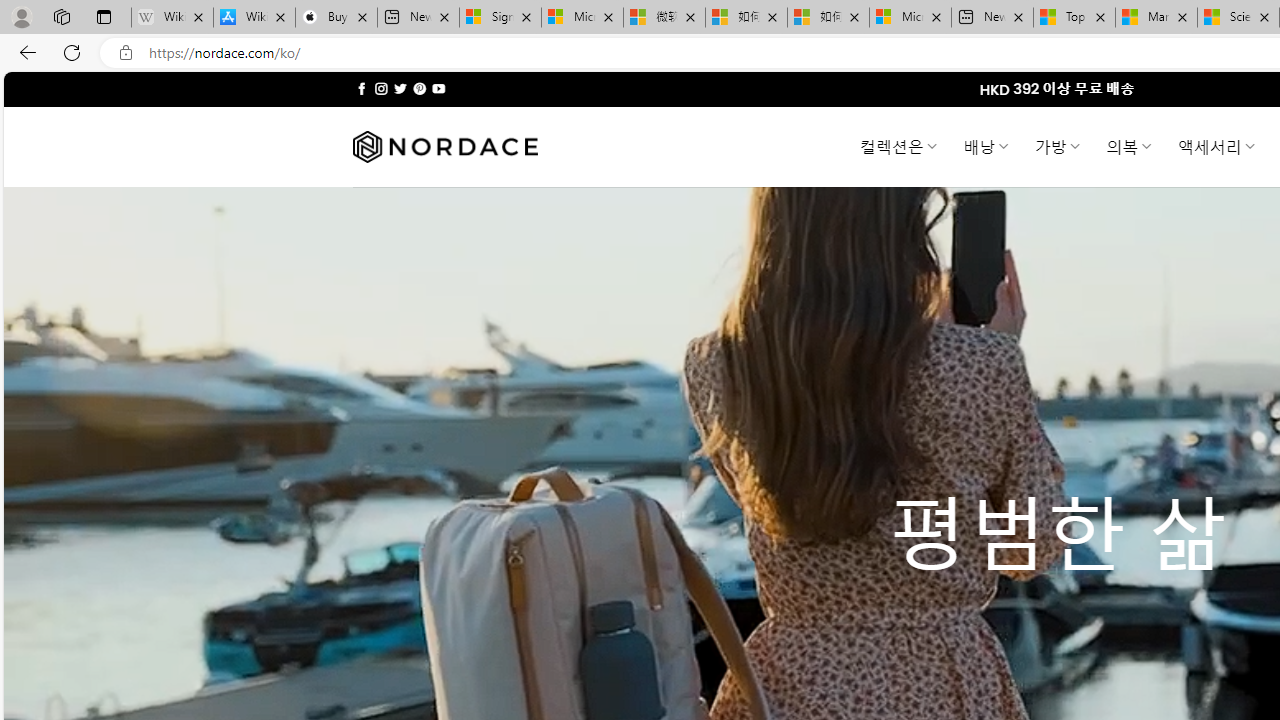 This screenshot has height=720, width=1280. Describe the element at coordinates (381, 88) in the screenshot. I see `'Follow on Instagram'` at that location.